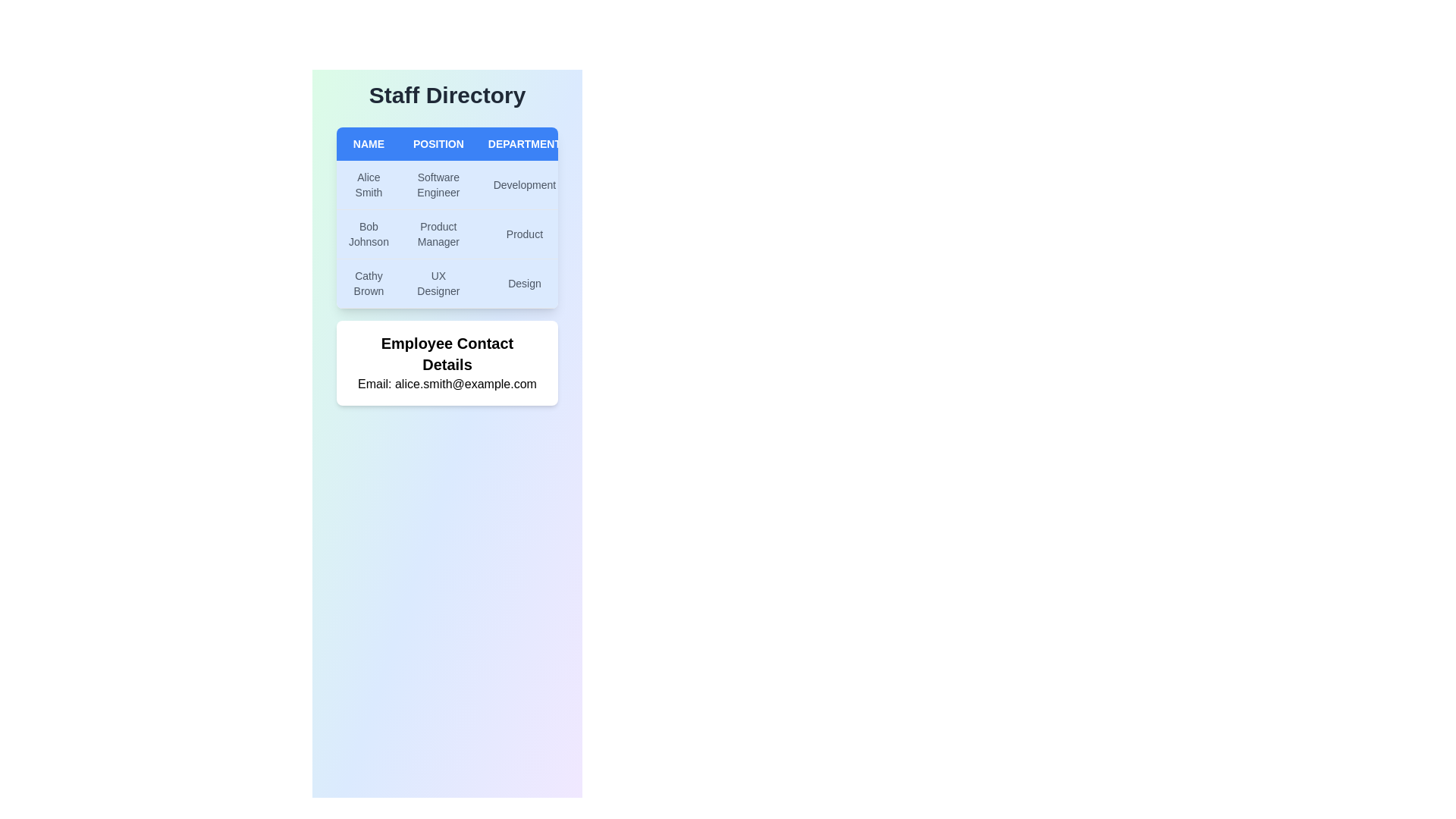  I want to click on the Text label displaying the name 'Bob Johnson', which is located in the second row, first column of the table under 'Alice Smith' and adjacent to 'Product Manager', so click(369, 234).